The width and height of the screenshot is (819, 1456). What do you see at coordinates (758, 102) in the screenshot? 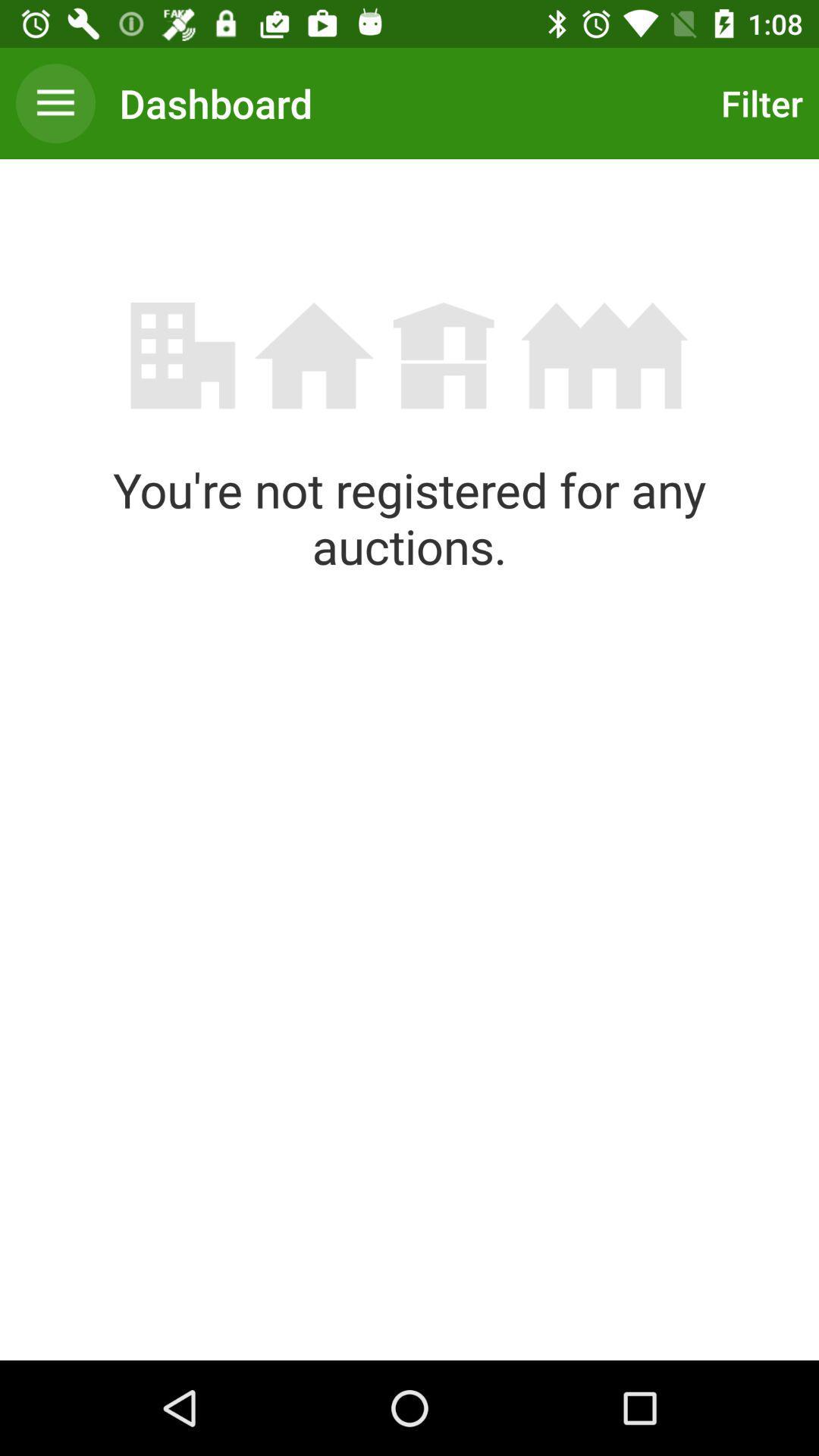
I see `the app next to dashboard item` at bounding box center [758, 102].